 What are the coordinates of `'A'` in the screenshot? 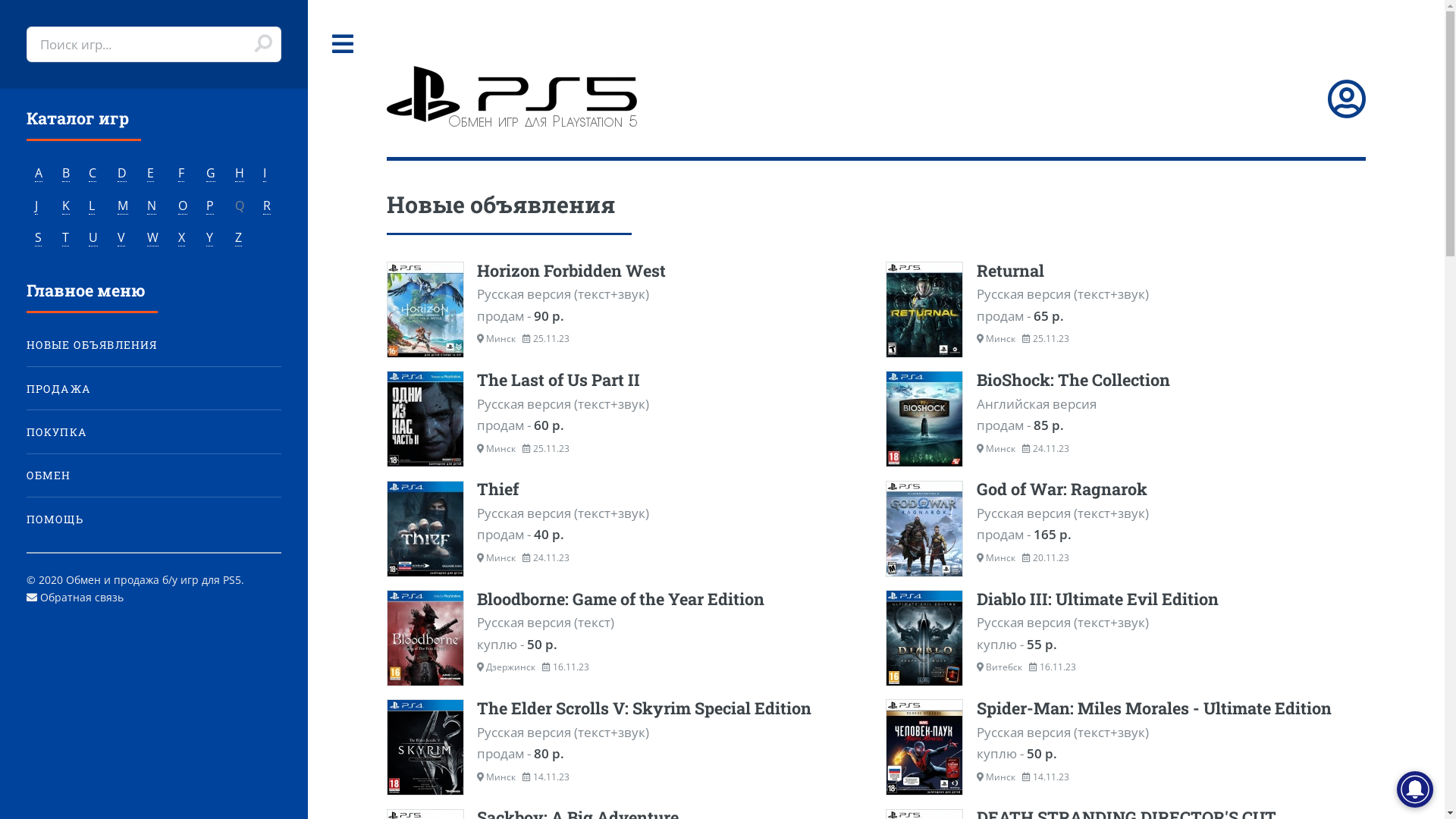 It's located at (39, 172).